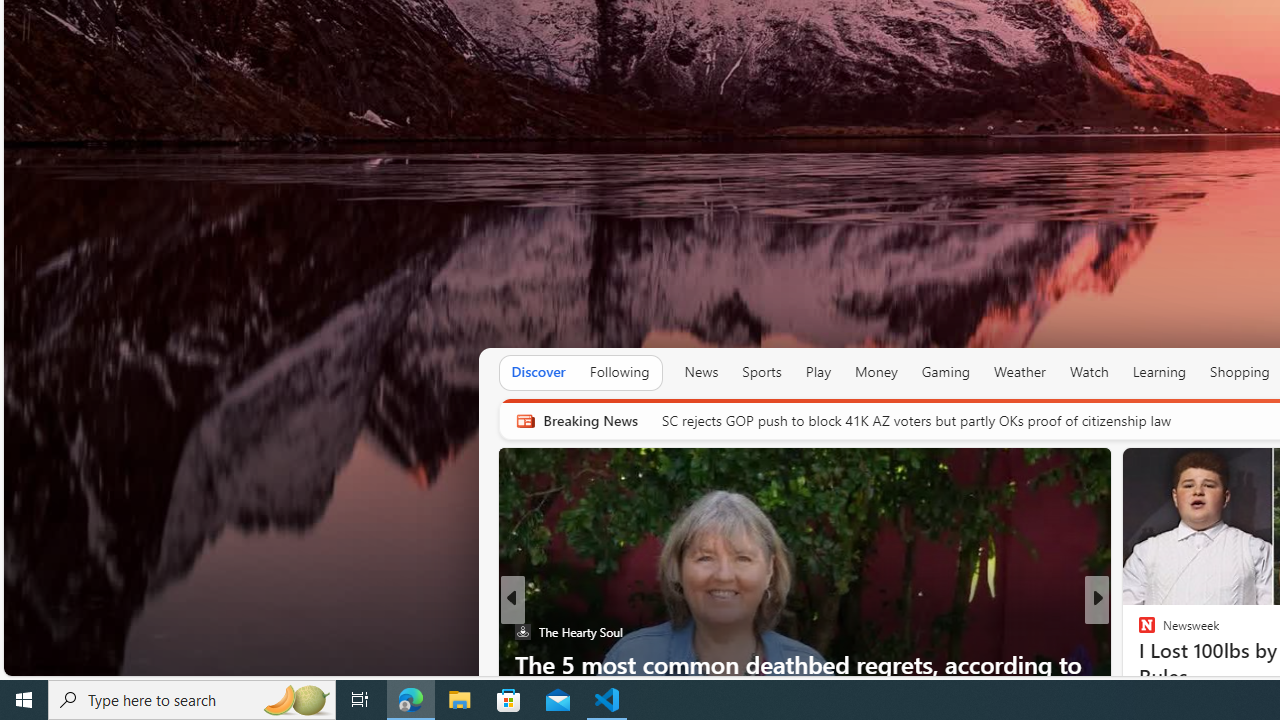 This screenshot has width=1280, height=720. What do you see at coordinates (1138, 632) in the screenshot?
I see `'XDA Developers'` at bounding box center [1138, 632].